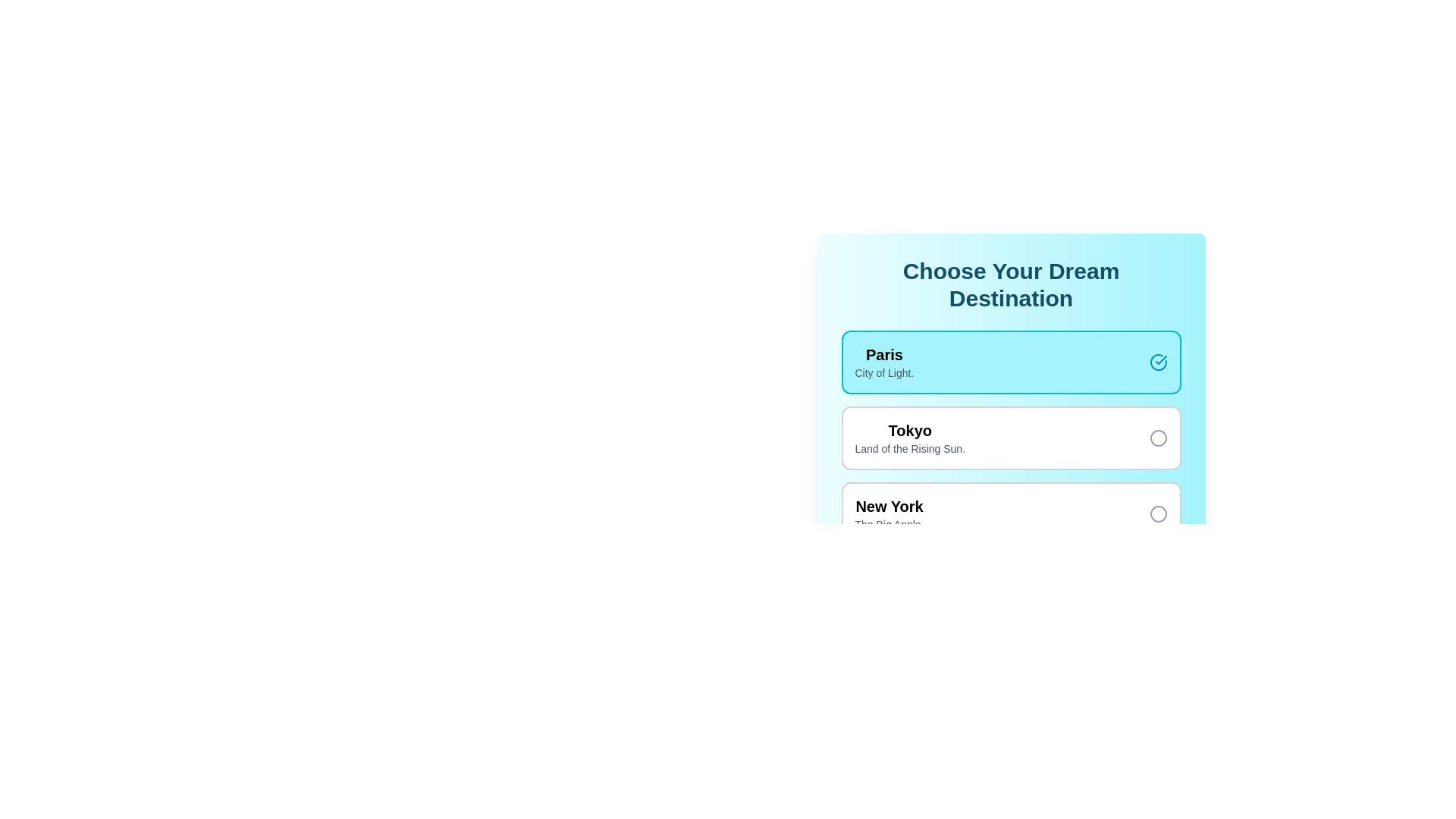 This screenshot has height=819, width=1456. I want to click on the descriptive text label that reads 'Land of the Rising Sun.' which is styled with a smaller font size and grayish hue, located below the larger 'Tokyo' text in a vertical list, so click(910, 447).